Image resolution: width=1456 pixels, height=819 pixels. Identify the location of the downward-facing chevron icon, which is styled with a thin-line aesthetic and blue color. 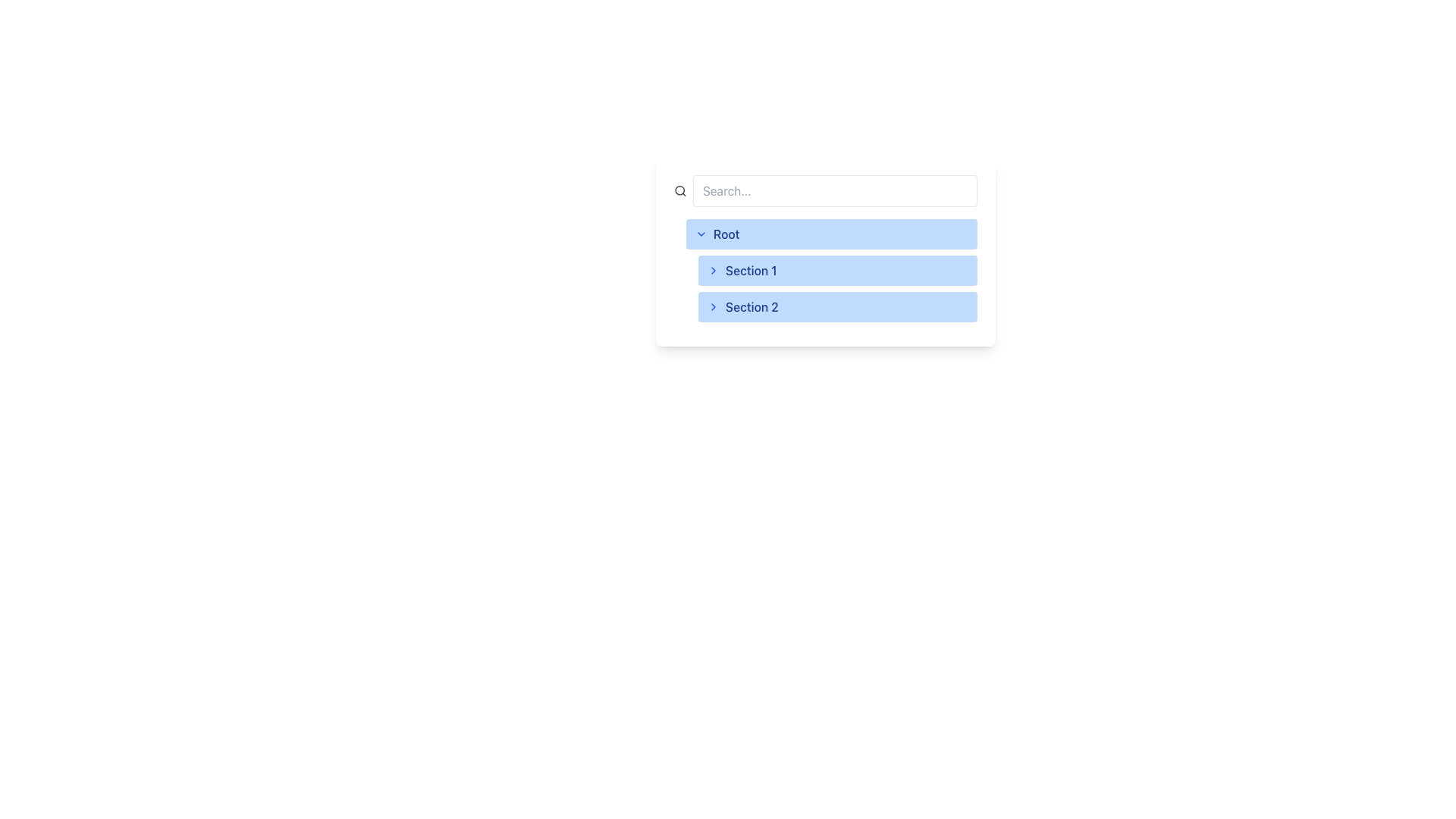
(701, 234).